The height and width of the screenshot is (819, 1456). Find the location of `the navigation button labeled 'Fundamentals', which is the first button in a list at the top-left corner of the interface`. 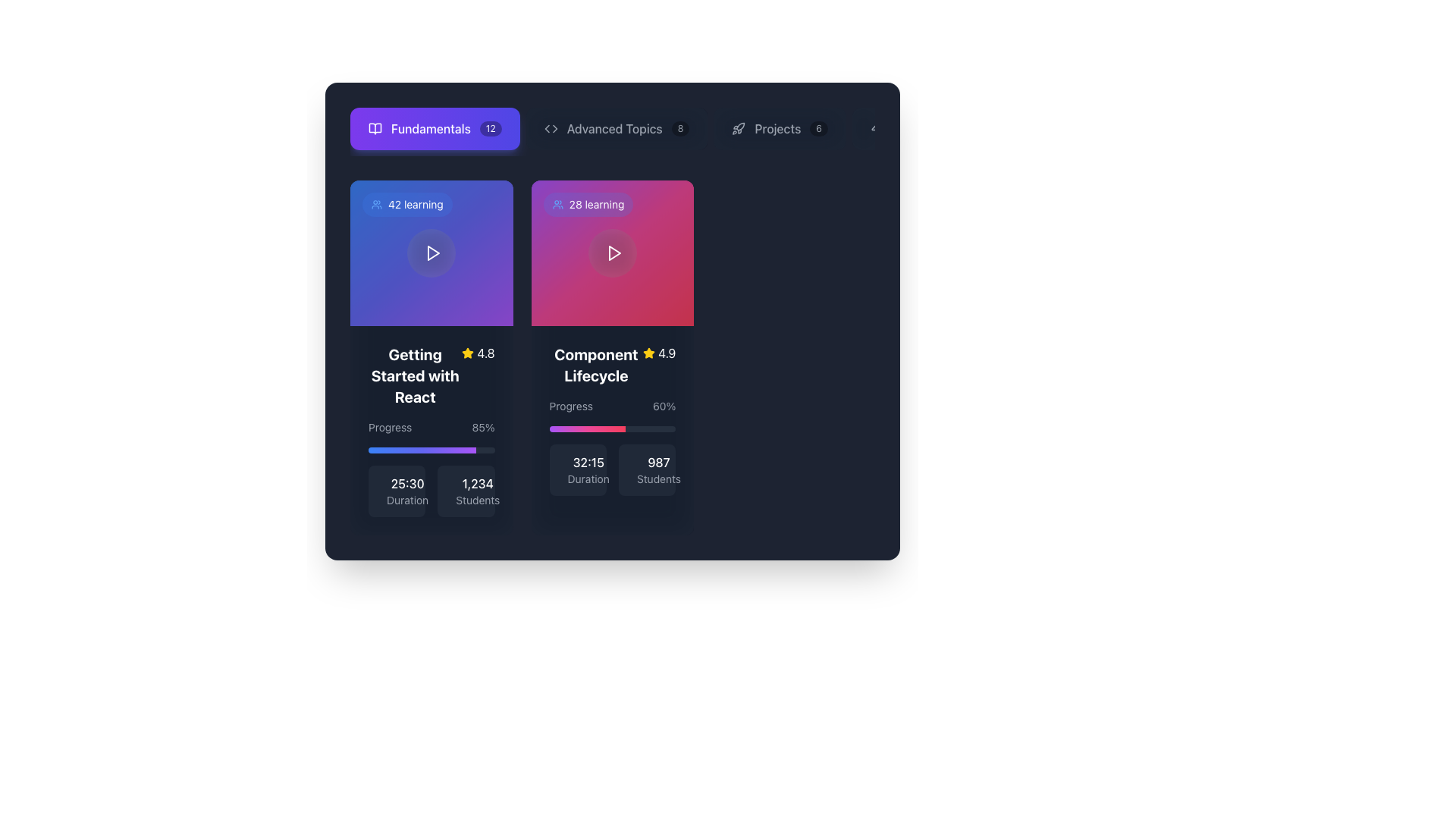

the navigation button labeled 'Fundamentals', which is the first button in a list at the top-left corner of the interface is located at coordinates (434, 127).